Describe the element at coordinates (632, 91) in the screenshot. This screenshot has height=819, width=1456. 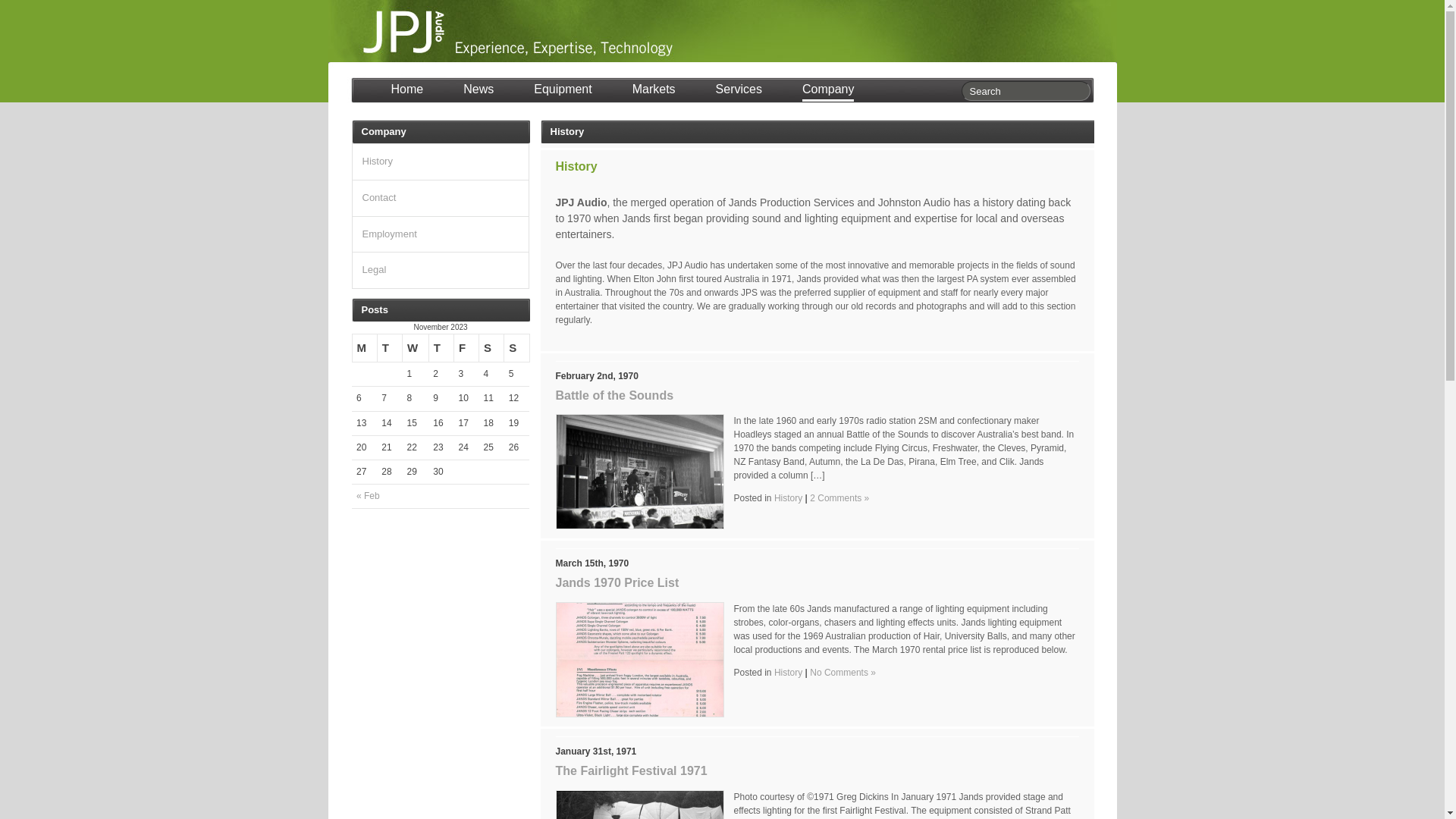
I see `'Markets'` at that location.